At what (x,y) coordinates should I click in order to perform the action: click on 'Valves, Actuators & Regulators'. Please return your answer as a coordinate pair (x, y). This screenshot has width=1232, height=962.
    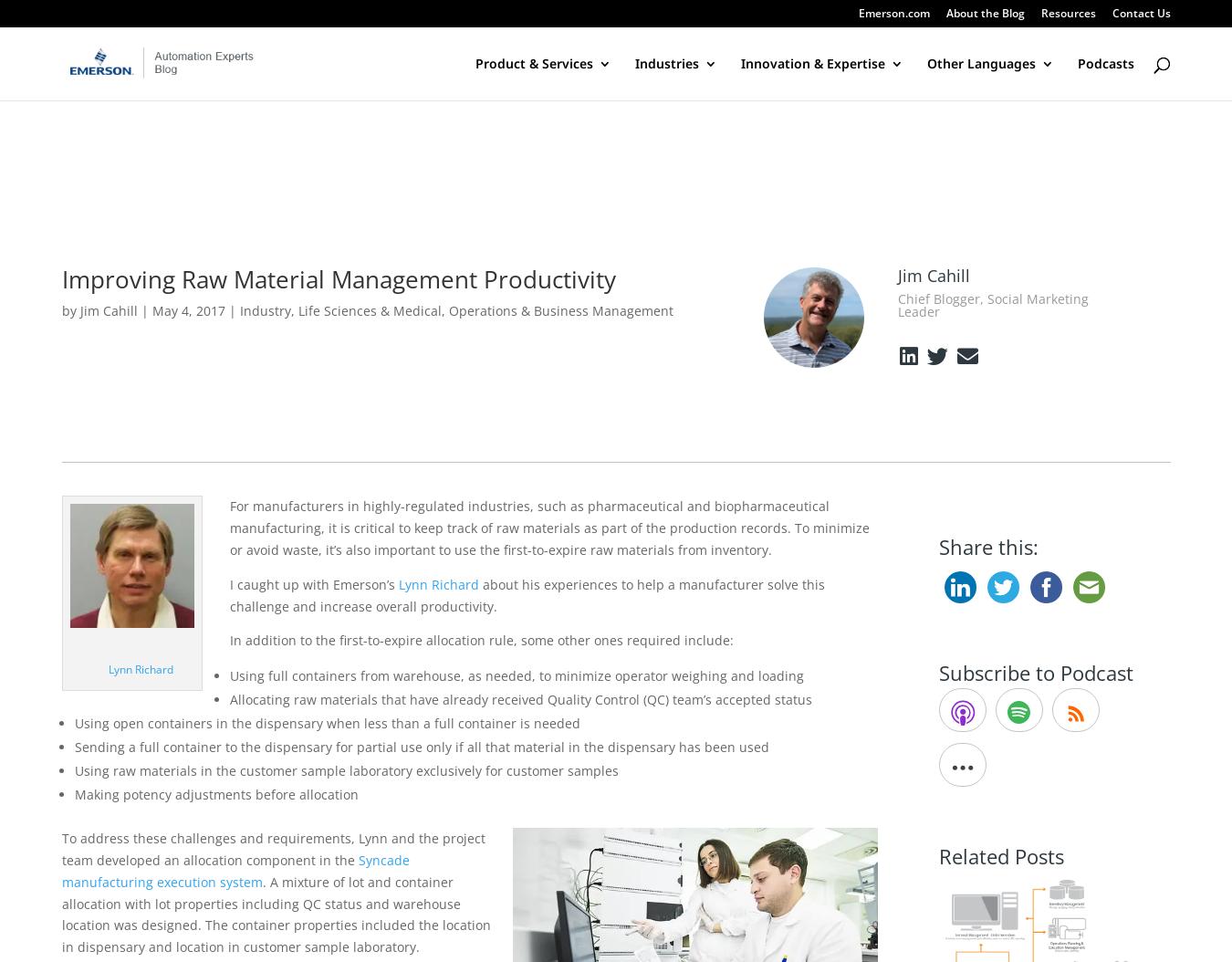
    Looking at the image, I should click on (444, 141).